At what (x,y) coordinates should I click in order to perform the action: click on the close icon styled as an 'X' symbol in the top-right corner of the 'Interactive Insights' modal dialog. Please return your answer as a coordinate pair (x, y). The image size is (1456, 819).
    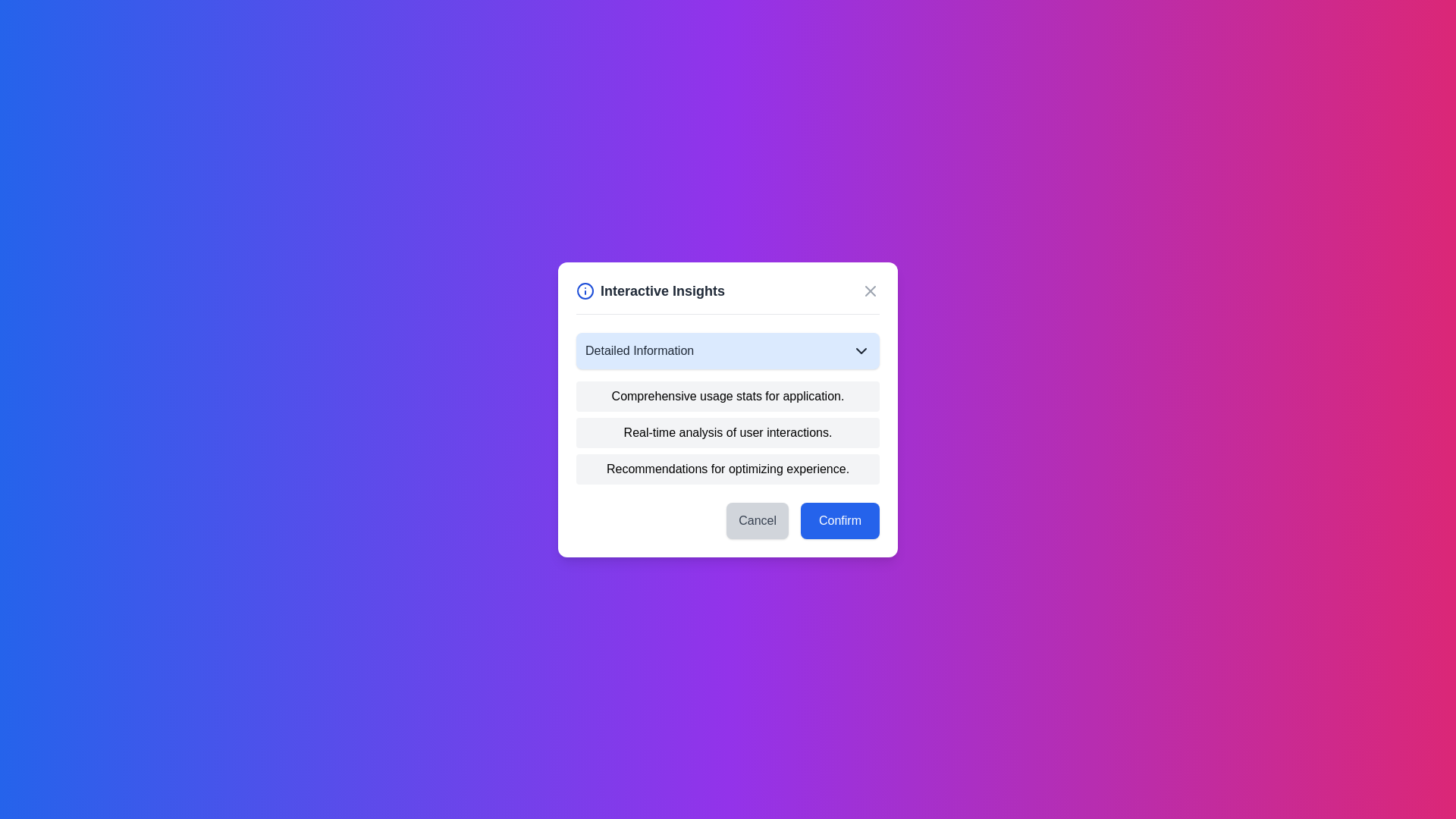
    Looking at the image, I should click on (870, 290).